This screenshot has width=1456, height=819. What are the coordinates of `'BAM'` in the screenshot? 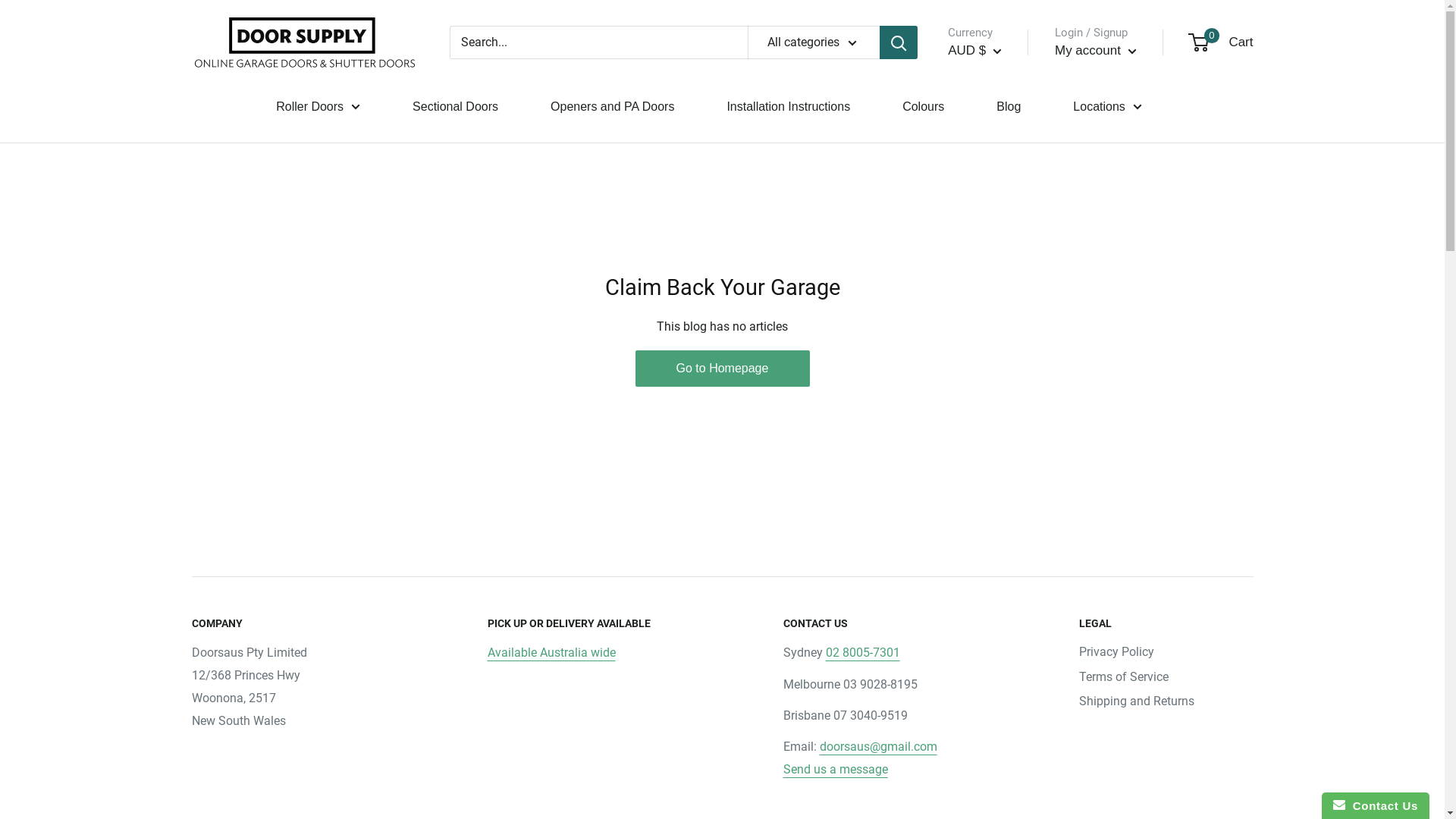 It's located at (949, 413).